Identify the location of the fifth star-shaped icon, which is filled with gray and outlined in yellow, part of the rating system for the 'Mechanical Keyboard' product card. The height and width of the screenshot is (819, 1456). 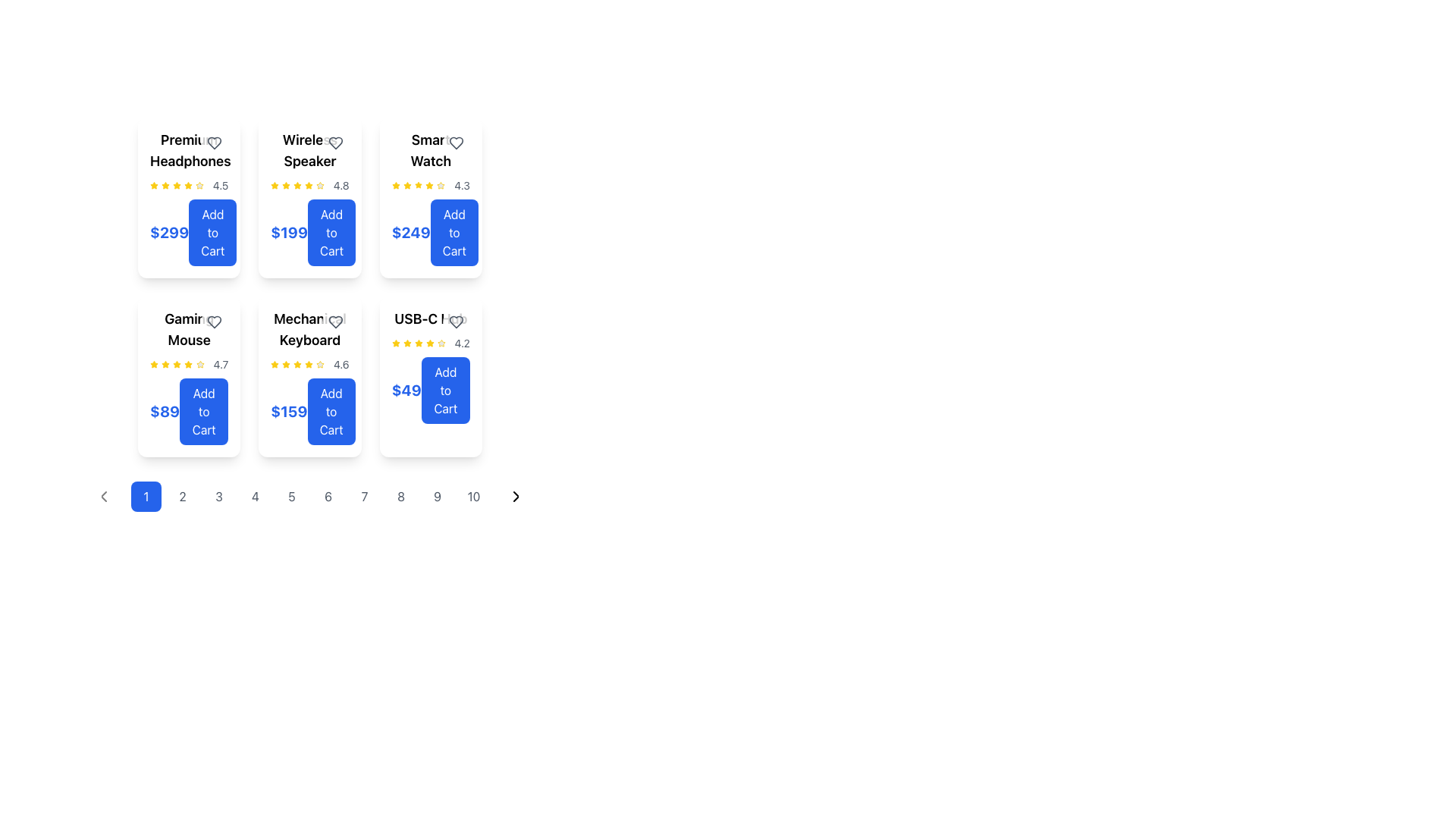
(319, 364).